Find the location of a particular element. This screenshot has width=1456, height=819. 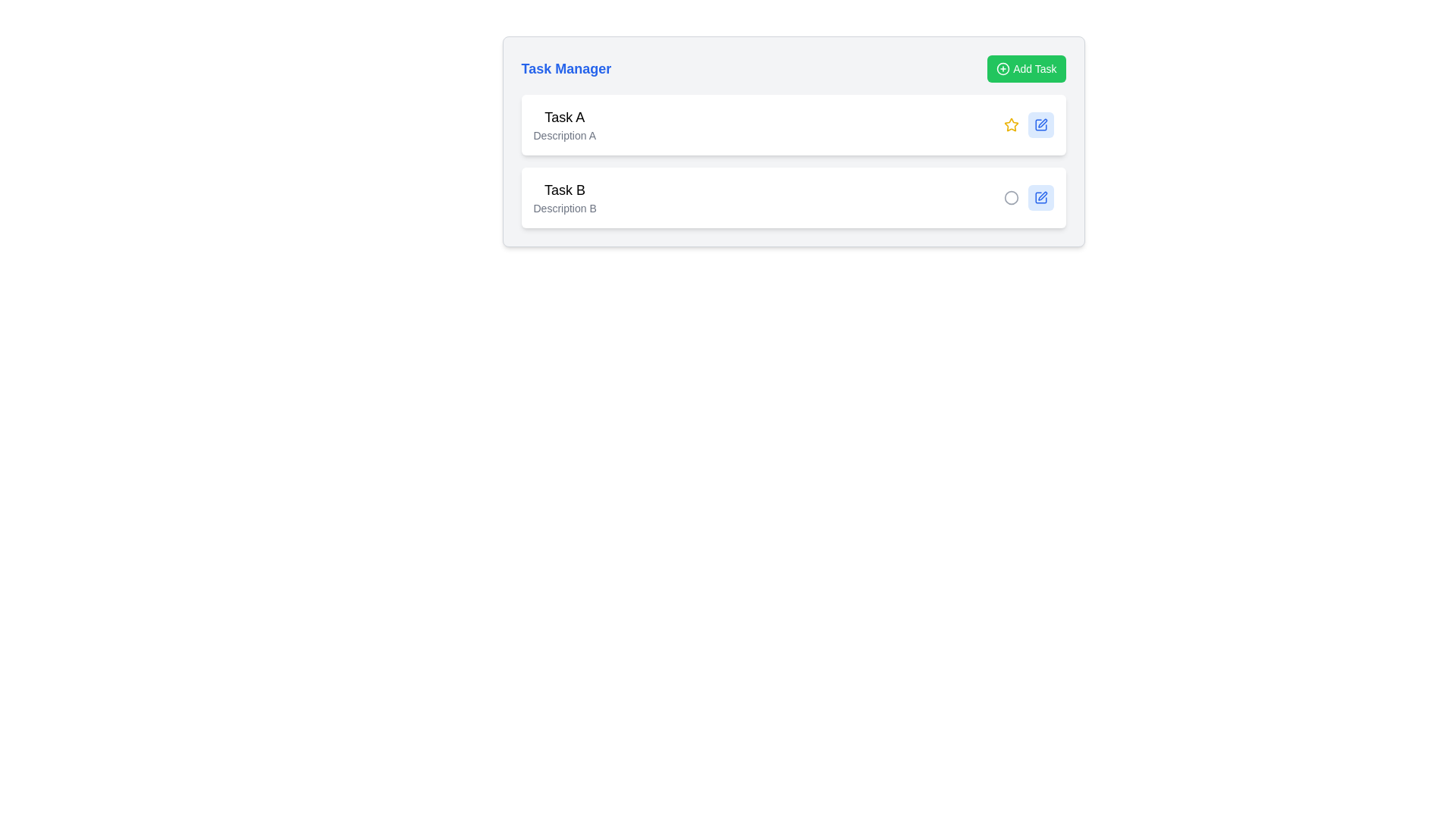

the small pen icon located to the right of the descriptive text for Task A in the list interface is located at coordinates (1041, 122).